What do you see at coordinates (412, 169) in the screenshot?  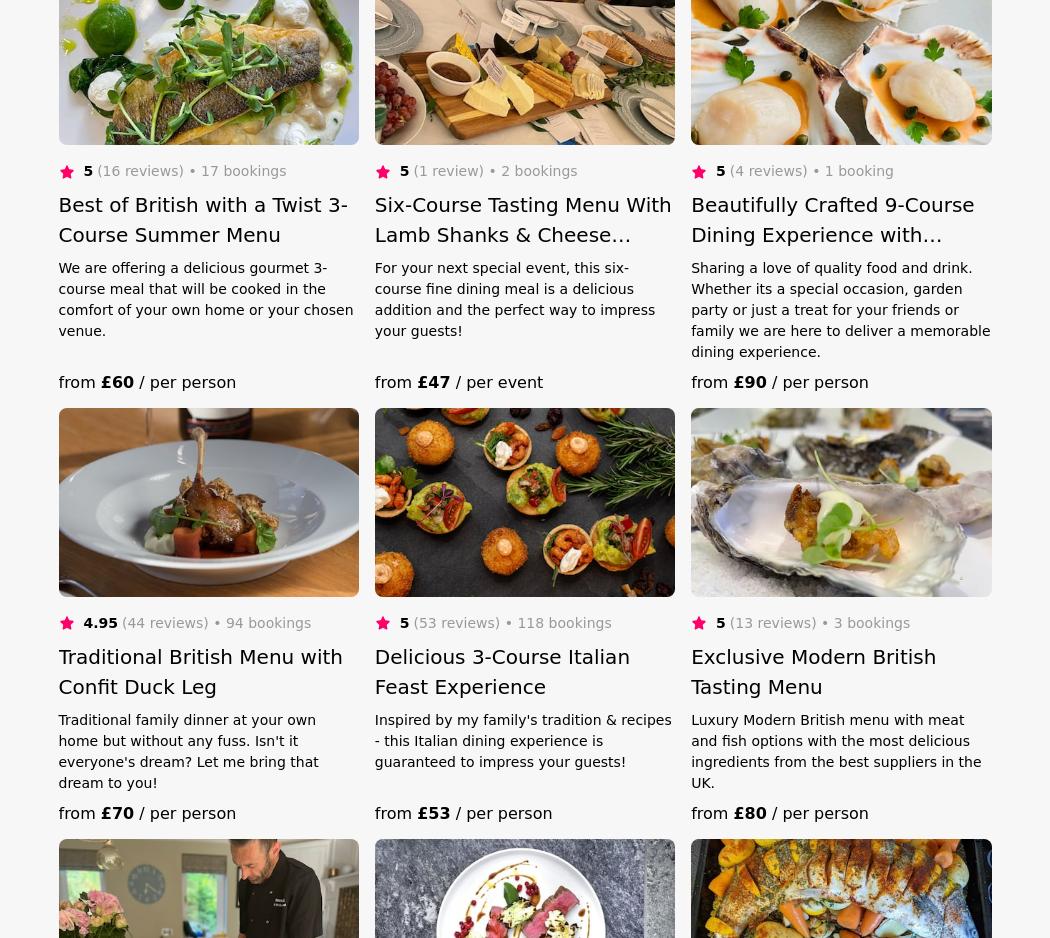 I see `'(1 review)'` at bounding box center [412, 169].